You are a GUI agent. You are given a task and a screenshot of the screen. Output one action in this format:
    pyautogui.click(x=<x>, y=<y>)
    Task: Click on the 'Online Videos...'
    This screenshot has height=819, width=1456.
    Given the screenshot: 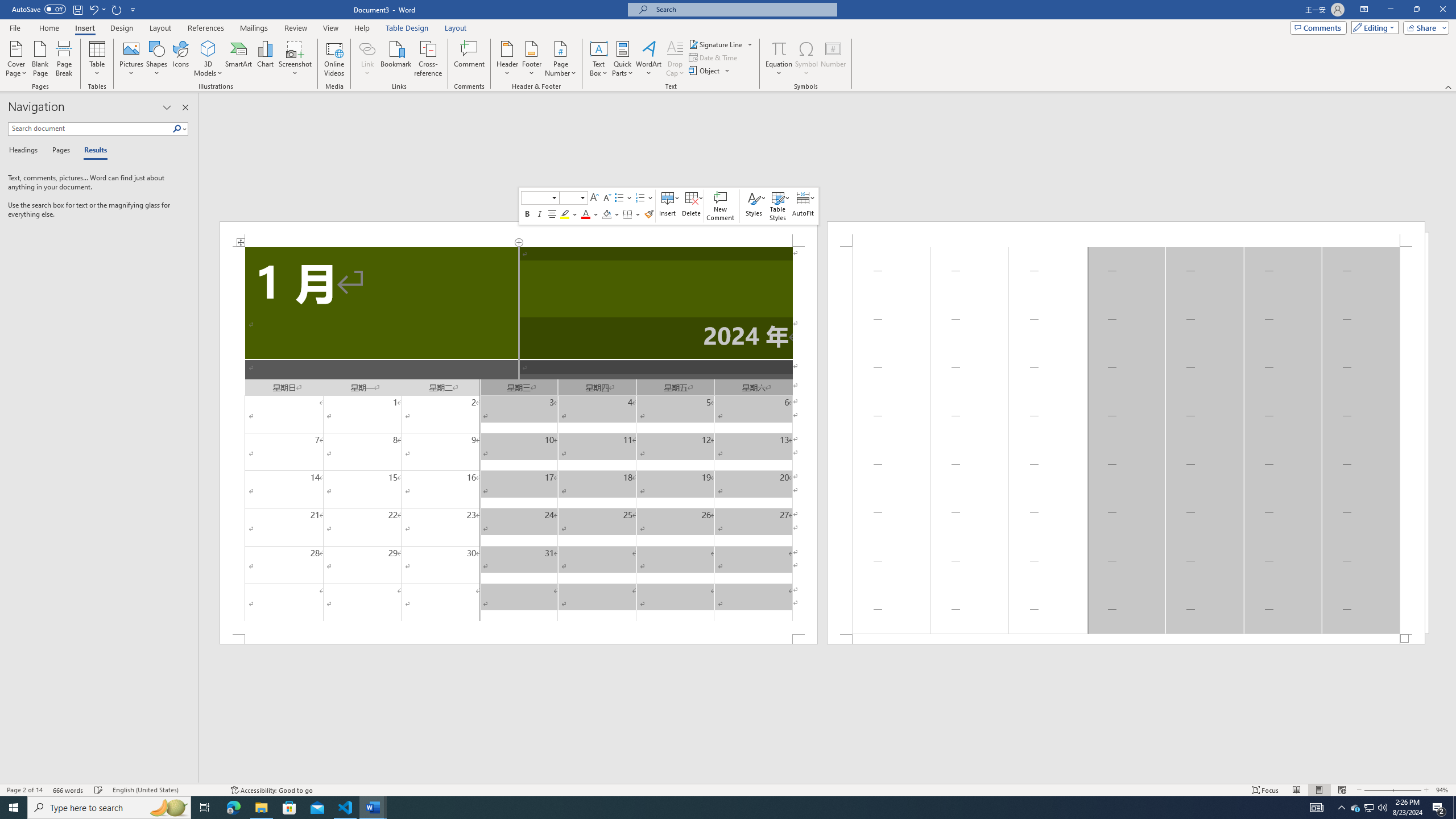 What is the action you would take?
    pyautogui.click(x=334, y=59)
    